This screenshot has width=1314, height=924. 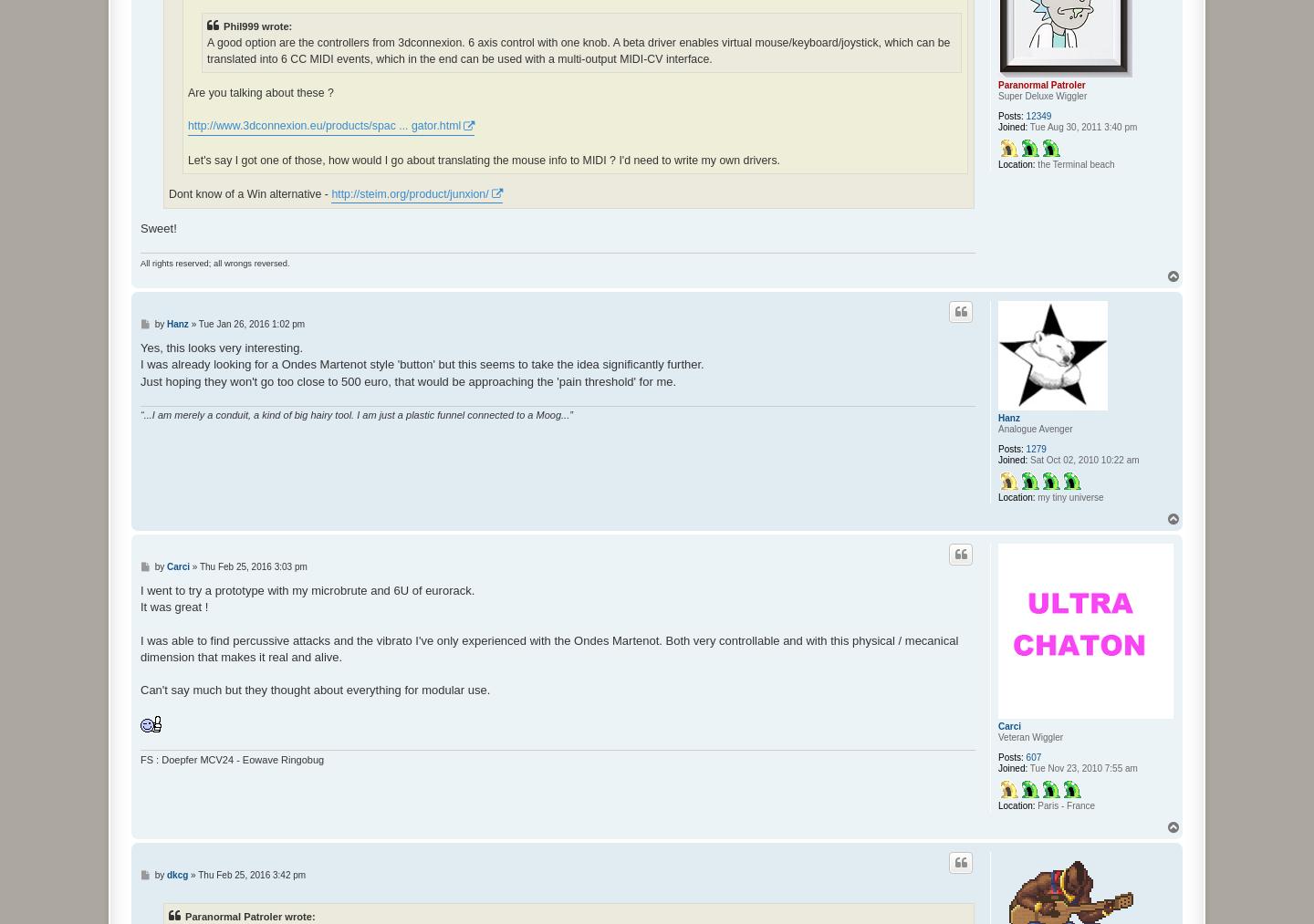 I want to click on 'dkcg', so click(x=166, y=875).